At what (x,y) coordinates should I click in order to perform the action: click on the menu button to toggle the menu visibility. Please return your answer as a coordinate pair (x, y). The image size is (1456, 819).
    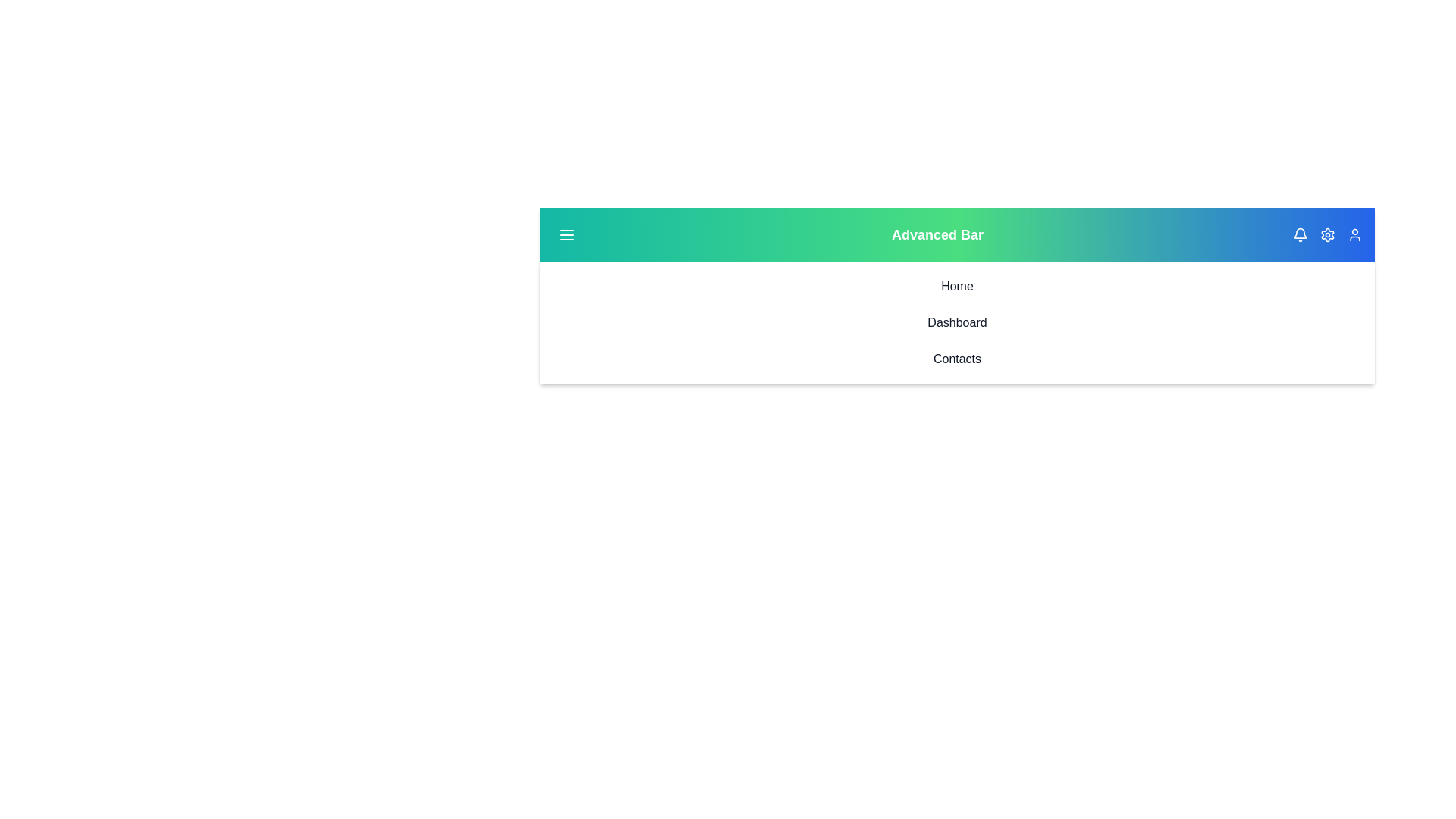
    Looking at the image, I should click on (566, 234).